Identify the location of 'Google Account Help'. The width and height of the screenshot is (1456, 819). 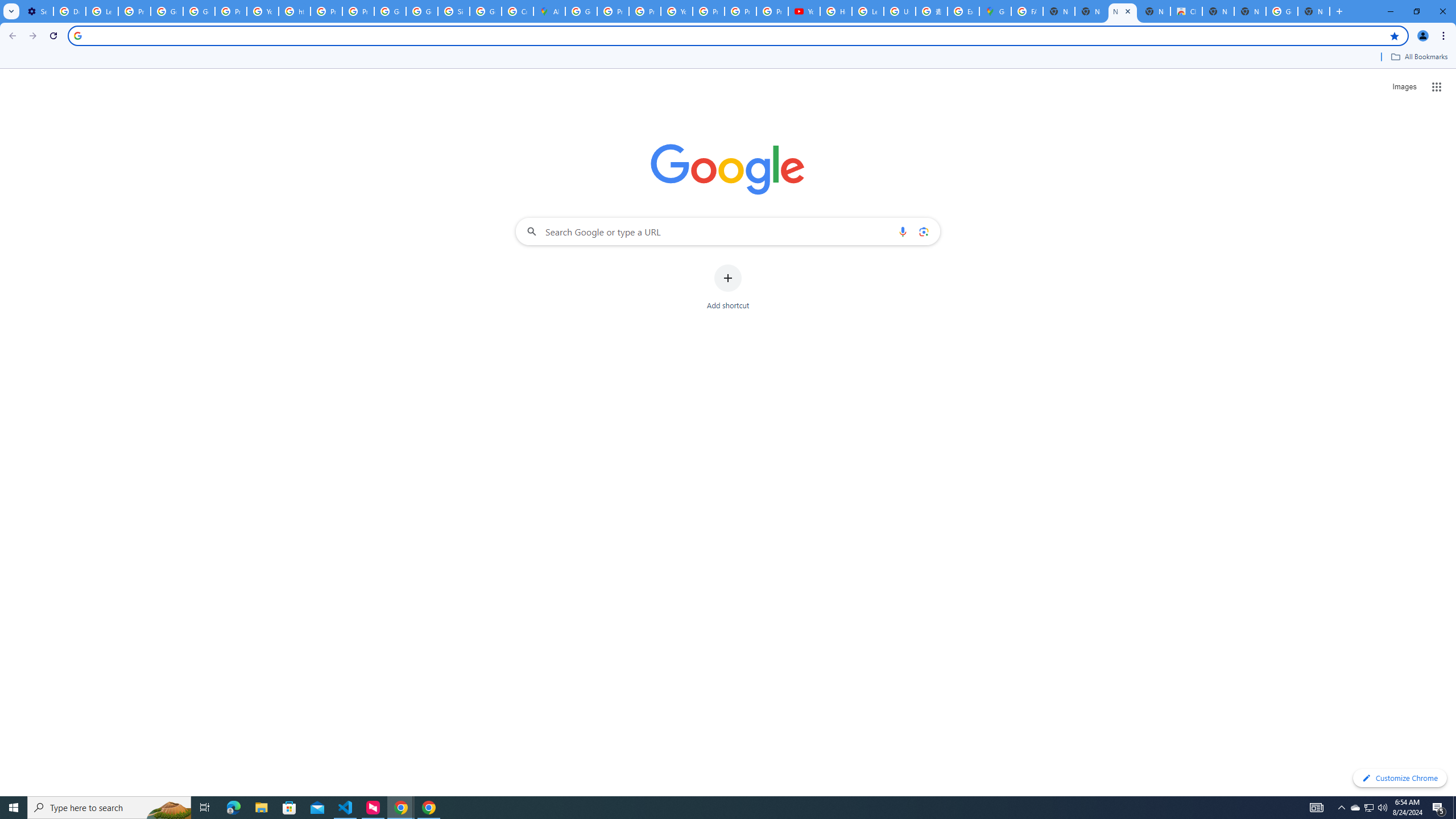
(167, 11).